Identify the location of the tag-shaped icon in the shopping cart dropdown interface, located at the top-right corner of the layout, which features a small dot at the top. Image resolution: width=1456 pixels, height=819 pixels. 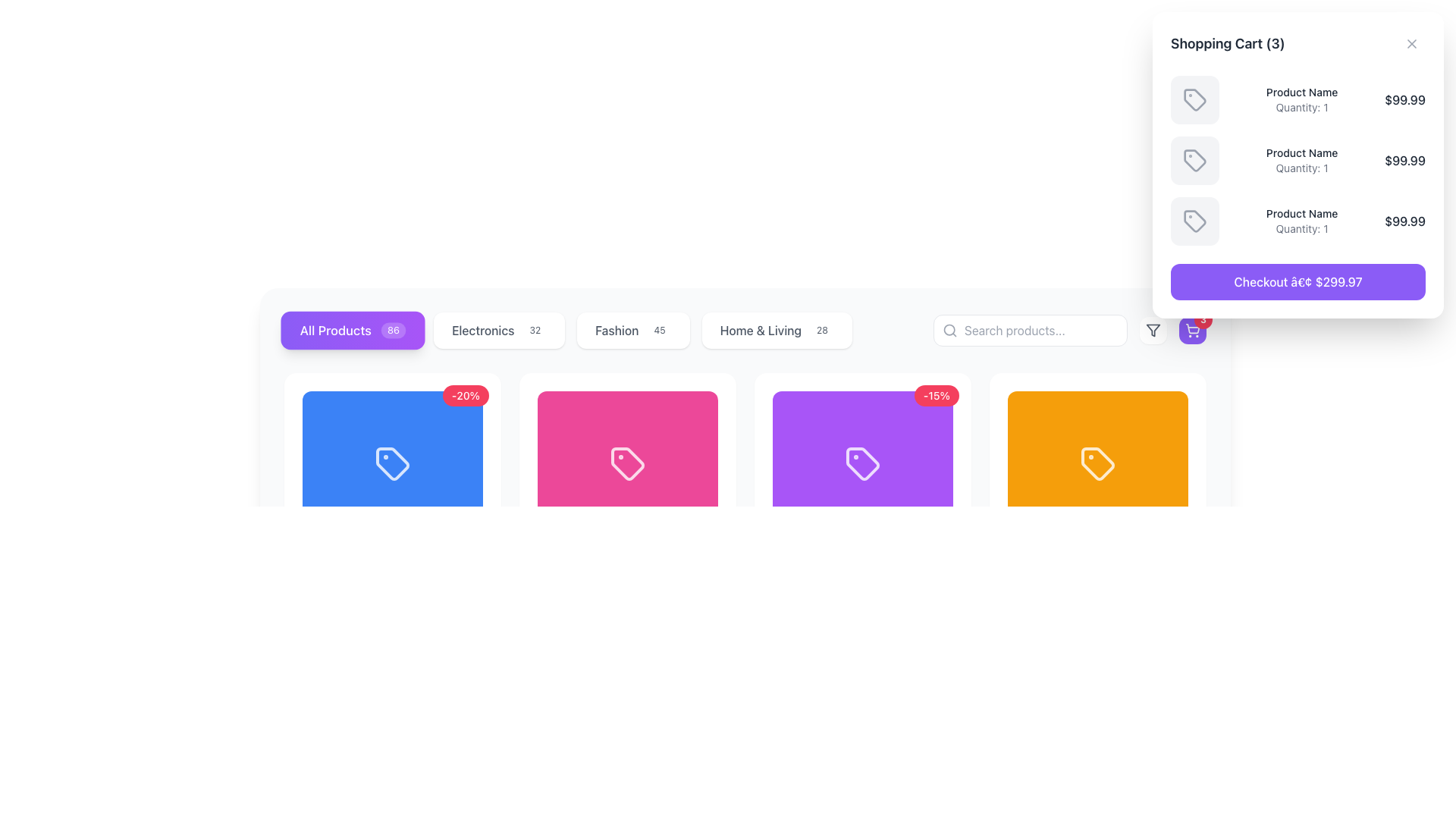
(1194, 99).